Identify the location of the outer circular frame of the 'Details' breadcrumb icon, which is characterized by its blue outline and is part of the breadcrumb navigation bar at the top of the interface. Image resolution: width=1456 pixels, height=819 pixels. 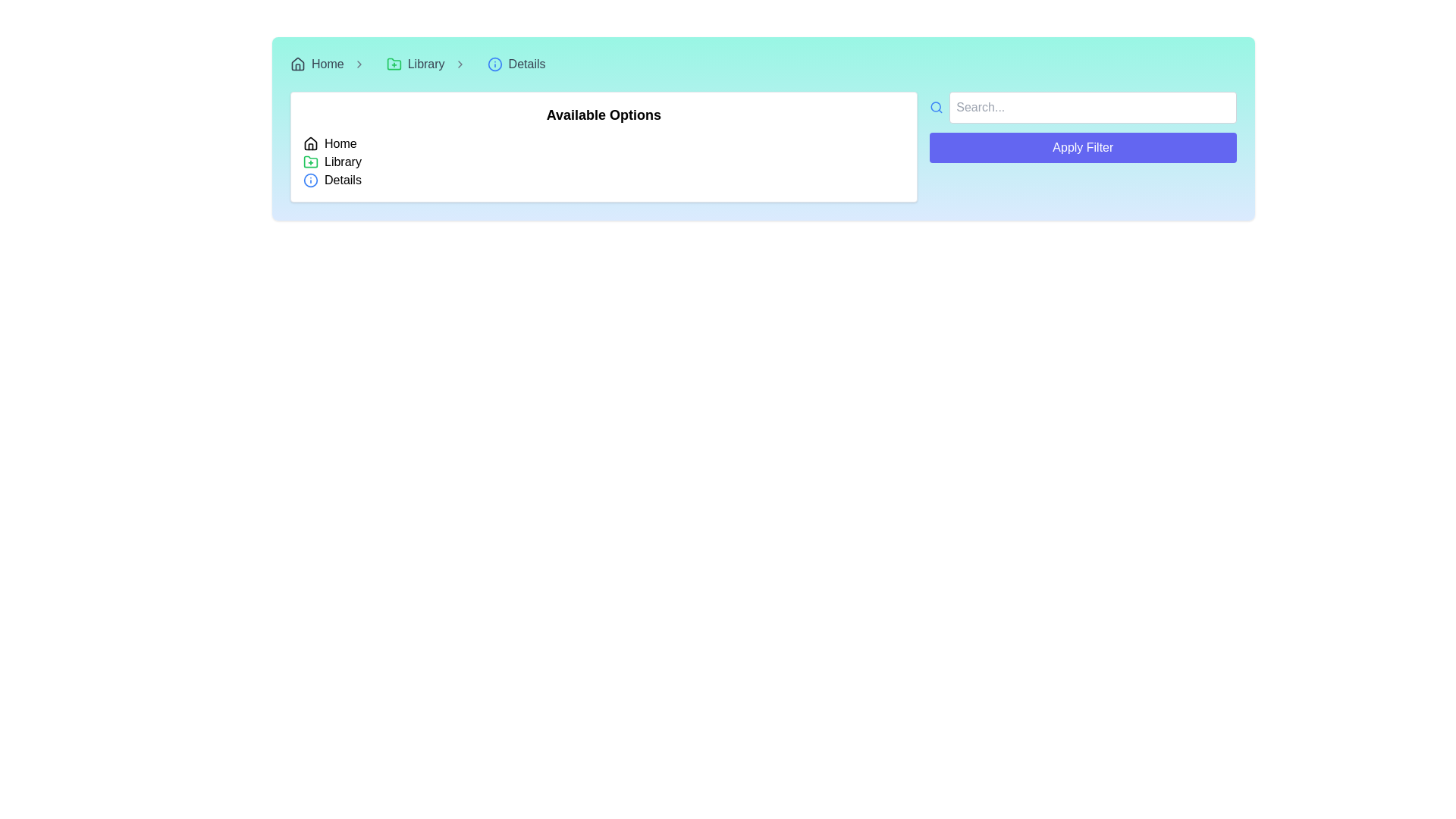
(494, 63).